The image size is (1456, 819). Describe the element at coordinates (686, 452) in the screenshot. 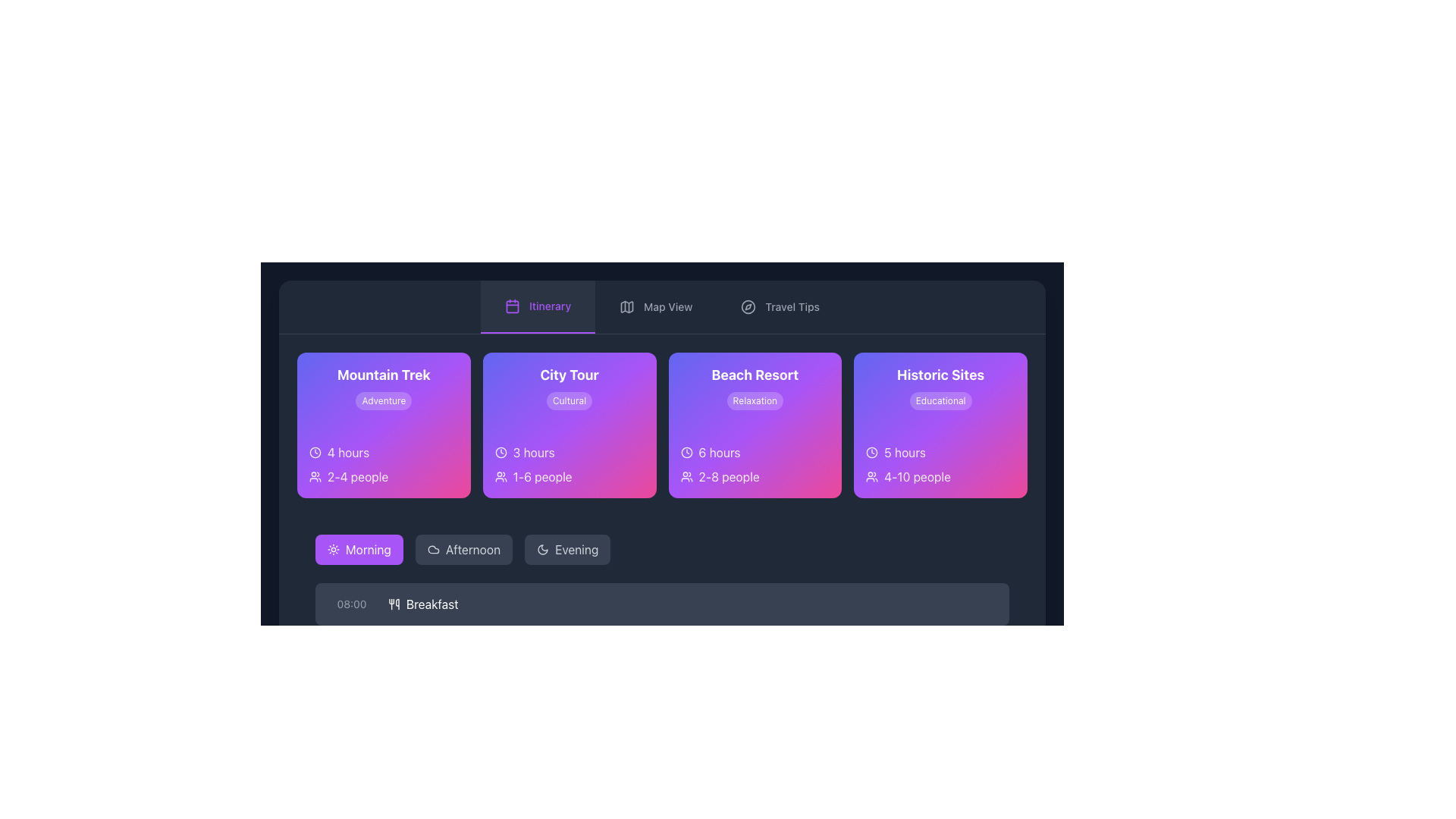

I see `the time icon located to the left of the text '6 hours' in the 'Beach Resort' section of the interface` at that location.